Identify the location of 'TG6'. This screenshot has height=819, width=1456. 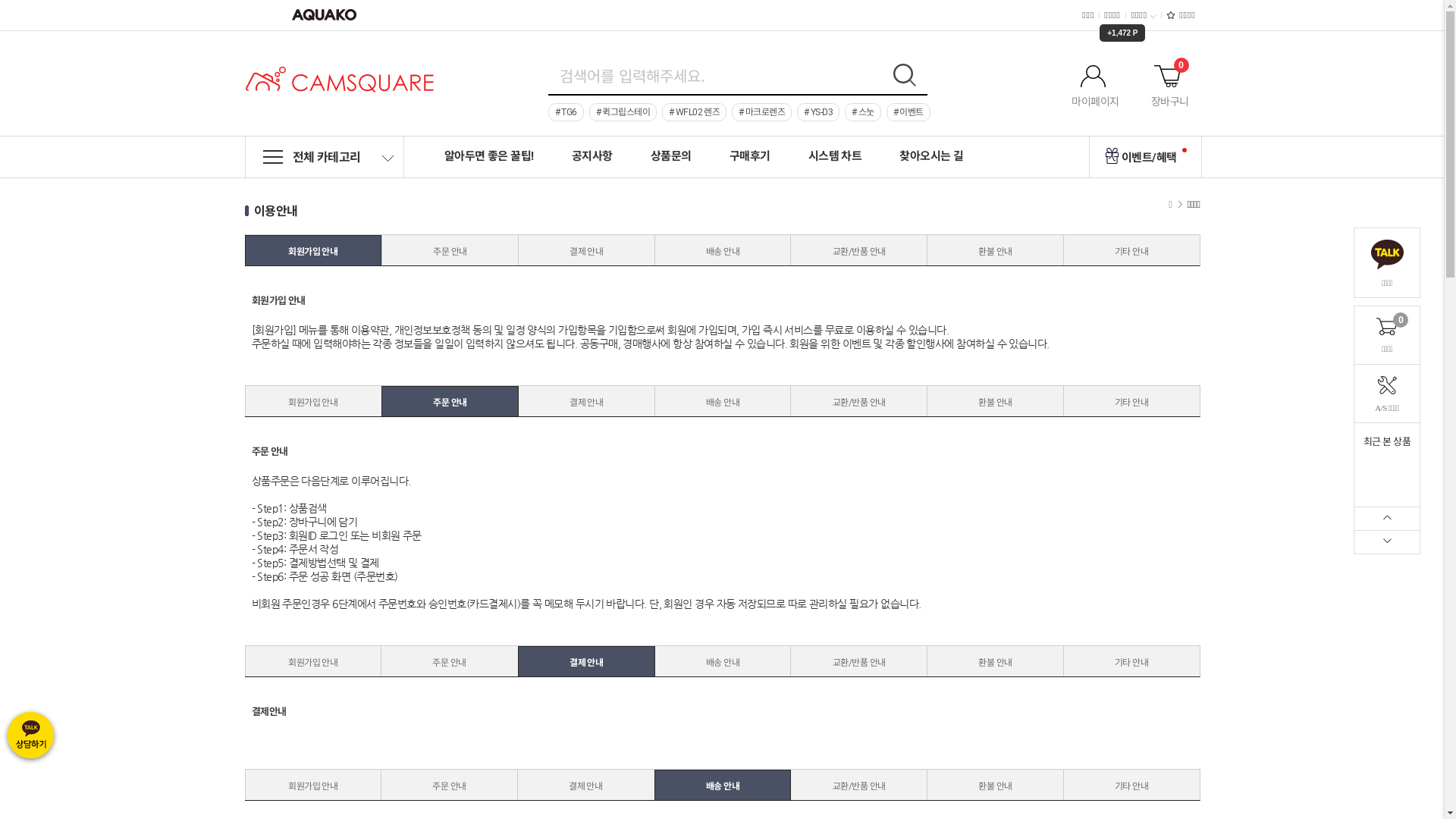
(564, 111).